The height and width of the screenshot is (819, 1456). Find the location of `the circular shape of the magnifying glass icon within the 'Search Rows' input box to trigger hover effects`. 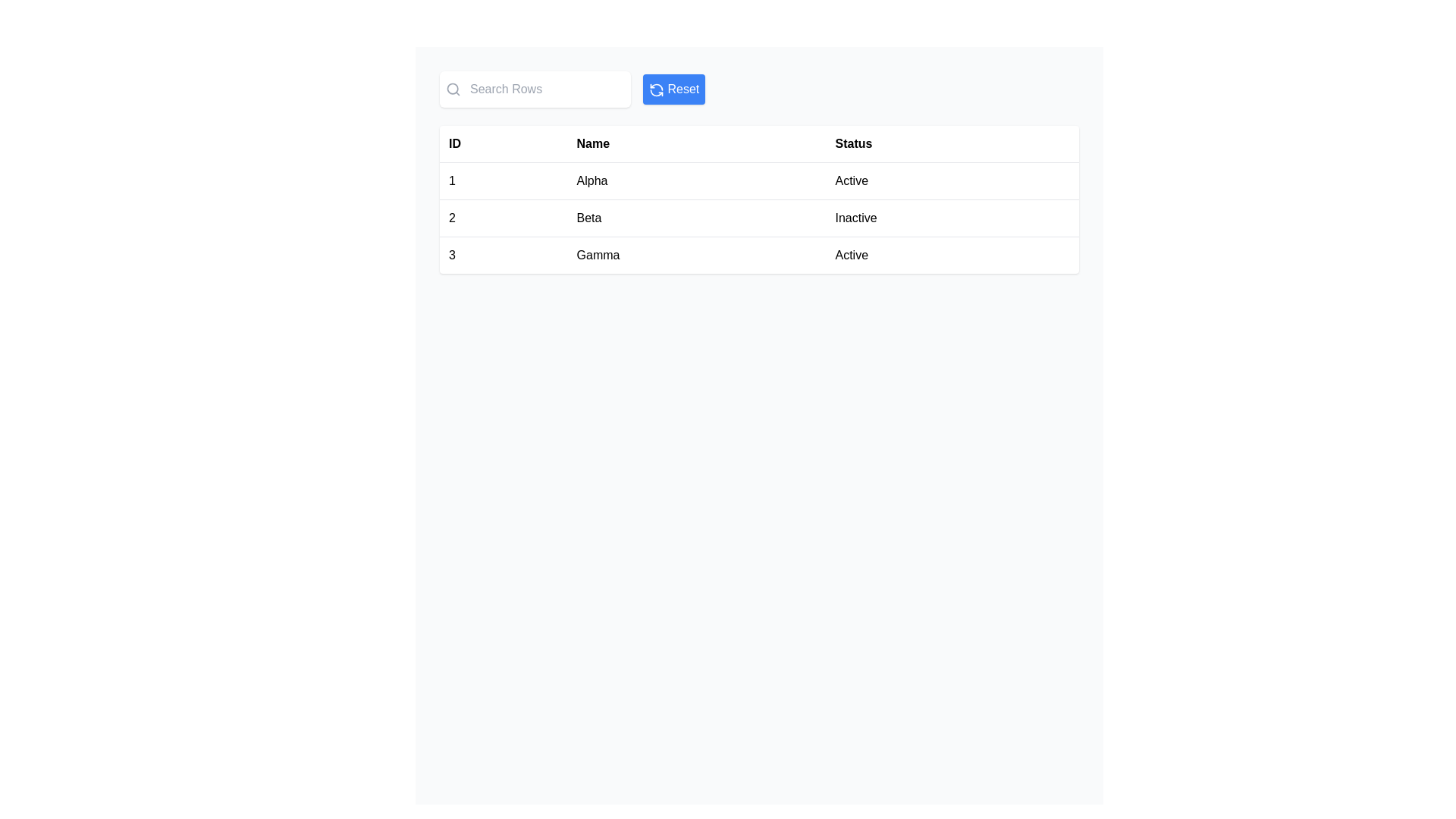

the circular shape of the magnifying glass icon within the 'Search Rows' input box to trigger hover effects is located at coordinates (452, 89).